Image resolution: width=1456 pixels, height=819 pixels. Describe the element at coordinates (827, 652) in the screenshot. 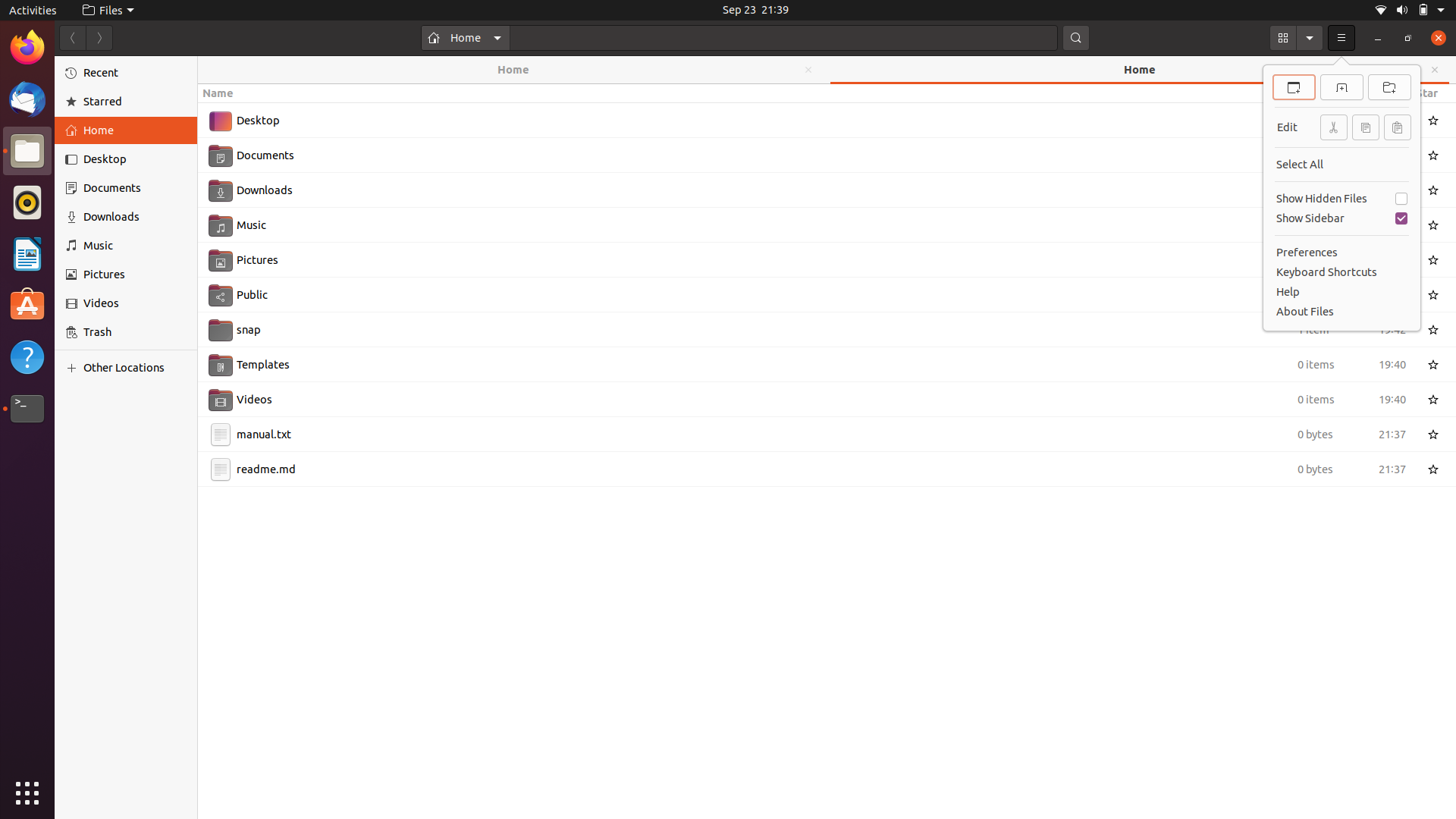

I see `Genereate a new folder using the mouse right-click function and keyboard navigation` at that location.